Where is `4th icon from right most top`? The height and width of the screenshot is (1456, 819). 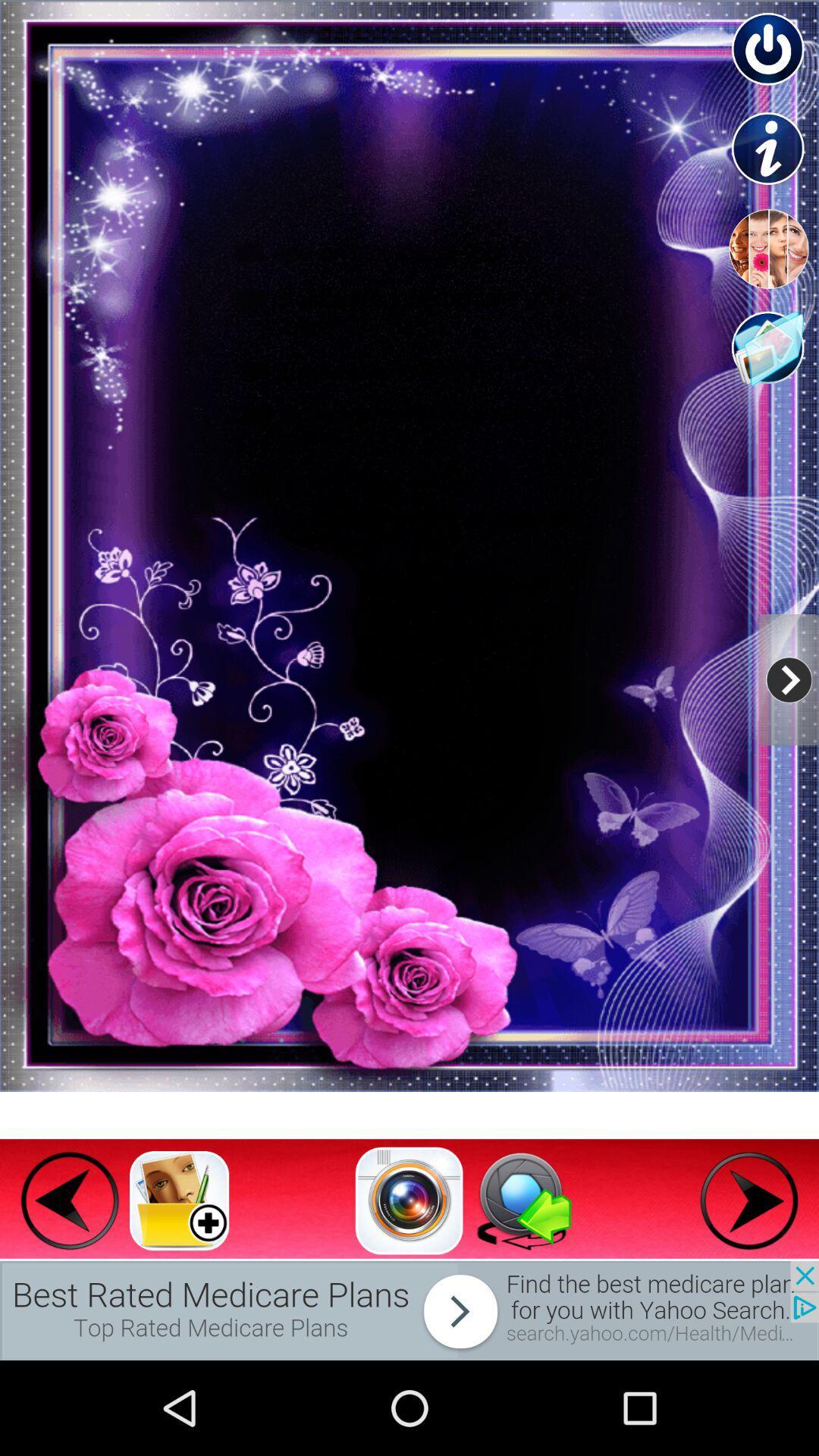 4th icon from right most top is located at coordinates (769, 347).